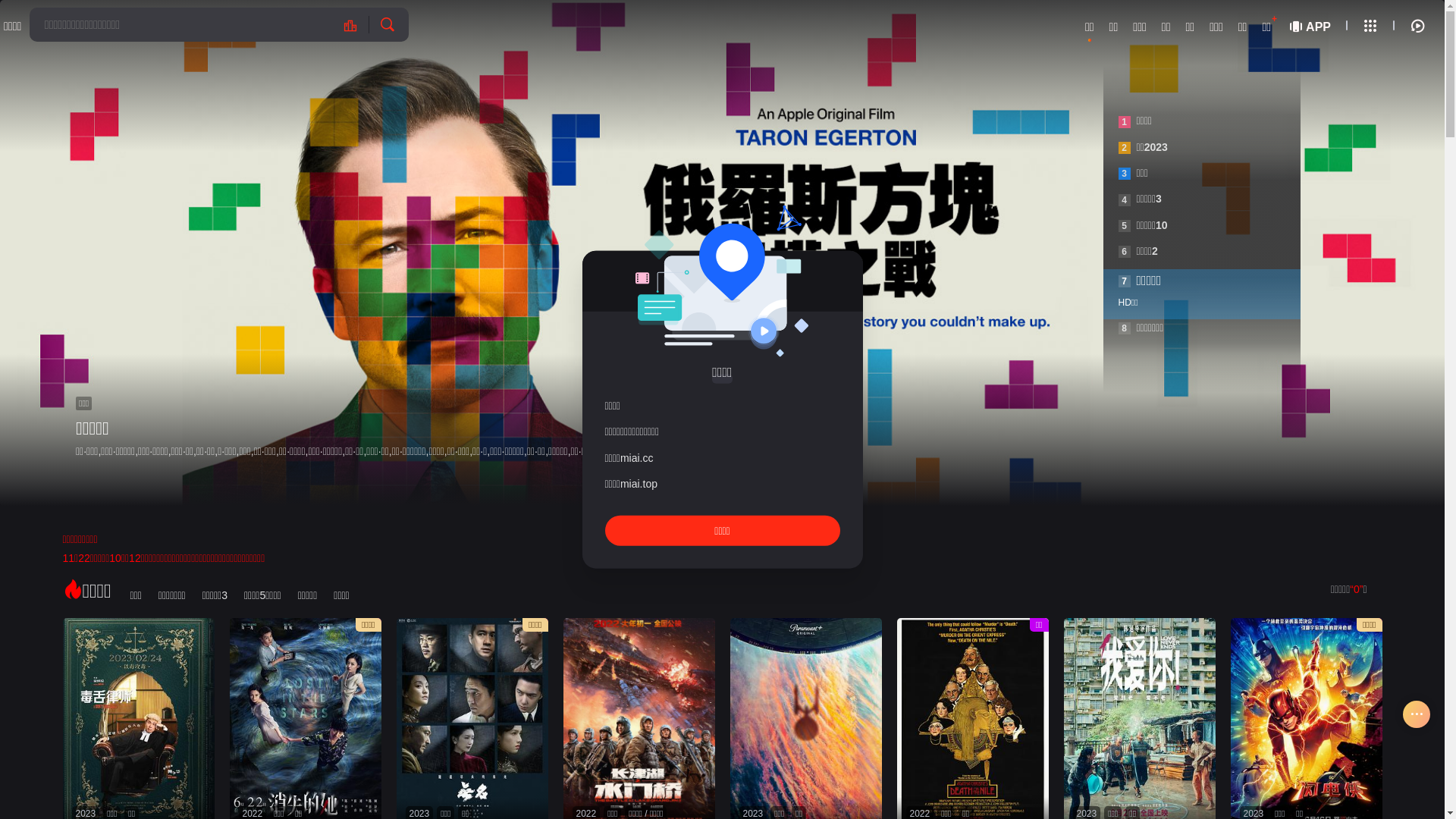  I want to click on 'APP', so click(1285, 26).